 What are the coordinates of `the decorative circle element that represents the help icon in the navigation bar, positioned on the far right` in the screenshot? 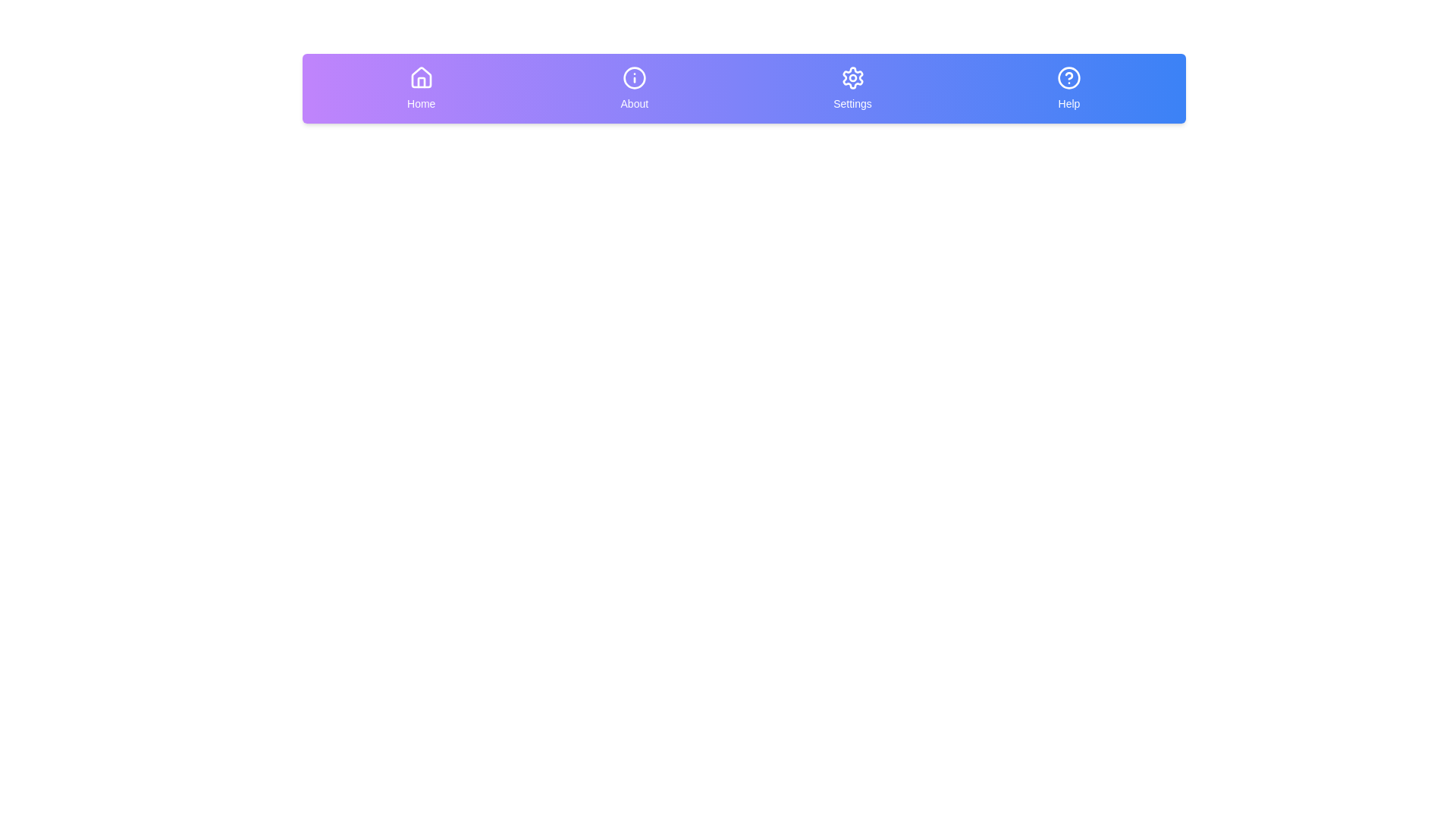 It's located at (1068, 78).